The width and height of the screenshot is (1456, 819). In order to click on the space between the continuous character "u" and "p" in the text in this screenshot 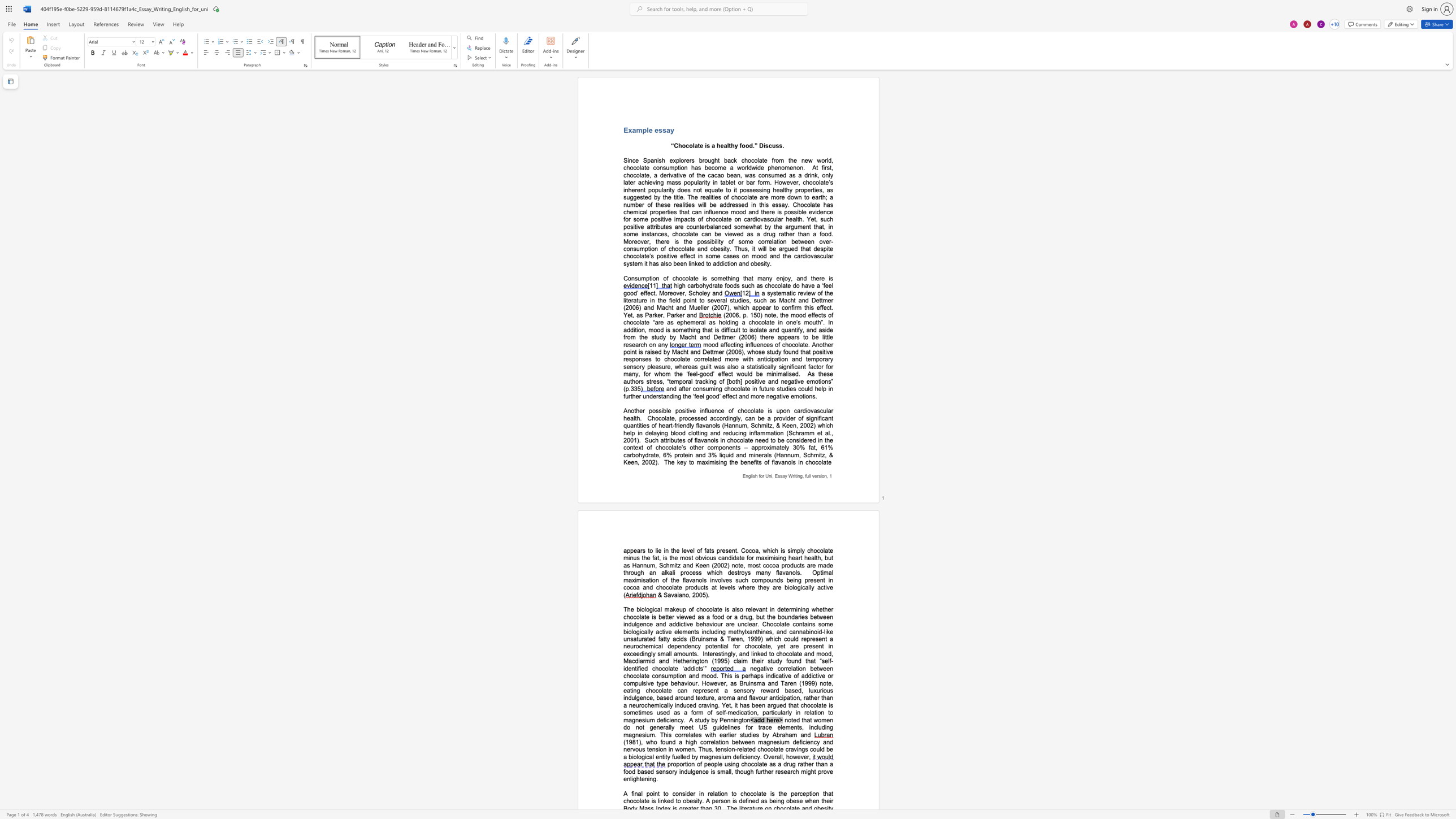, I will do `click(779, 410)`.